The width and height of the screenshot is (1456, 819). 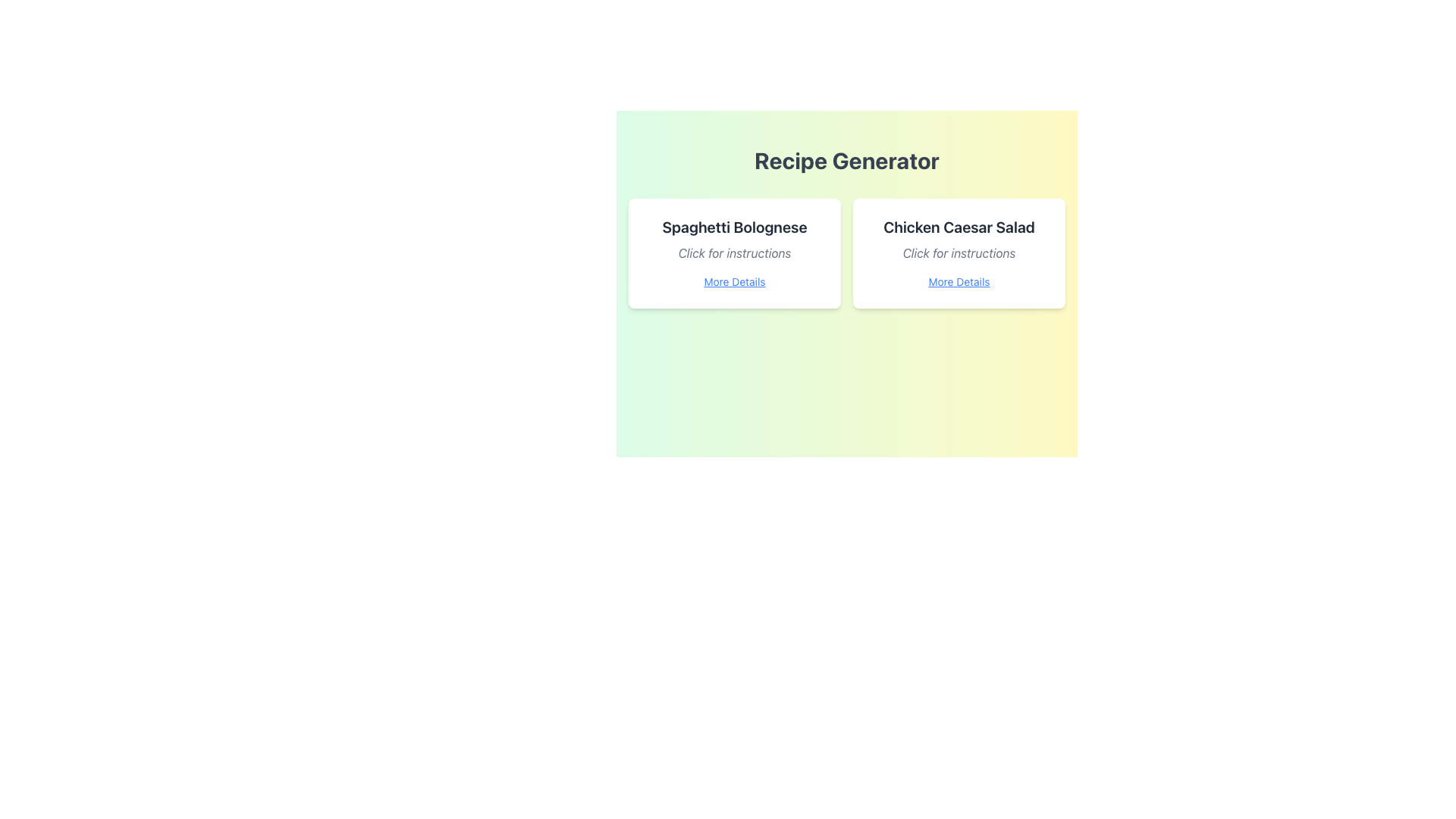 I want to click on the static text label that displays the recipe title in the second recipe card, located in the right panel above the 'Click for instructions' text, so click(x=959, y=227).